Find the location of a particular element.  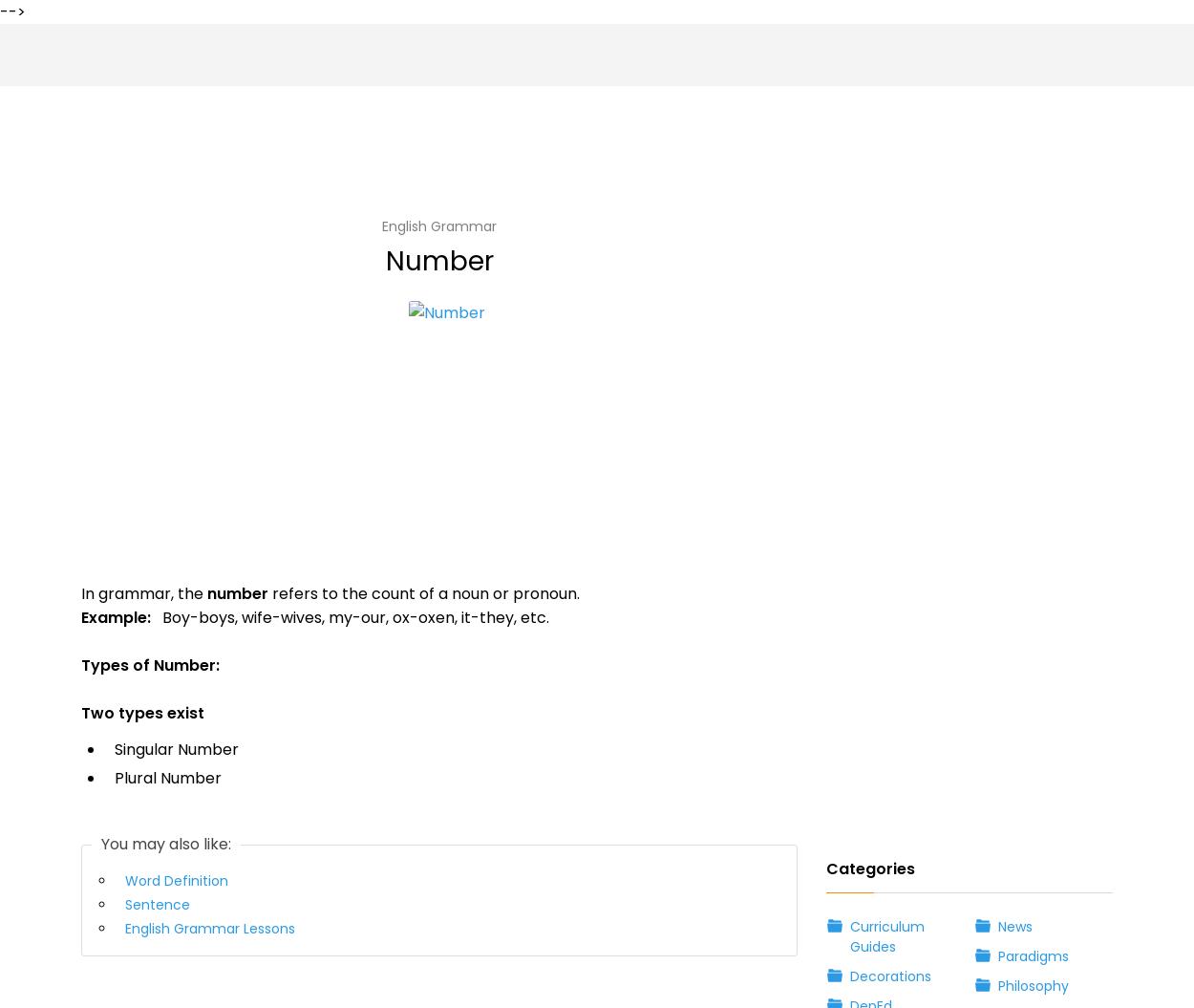

'Corps' is located at coordinates (109, 410).